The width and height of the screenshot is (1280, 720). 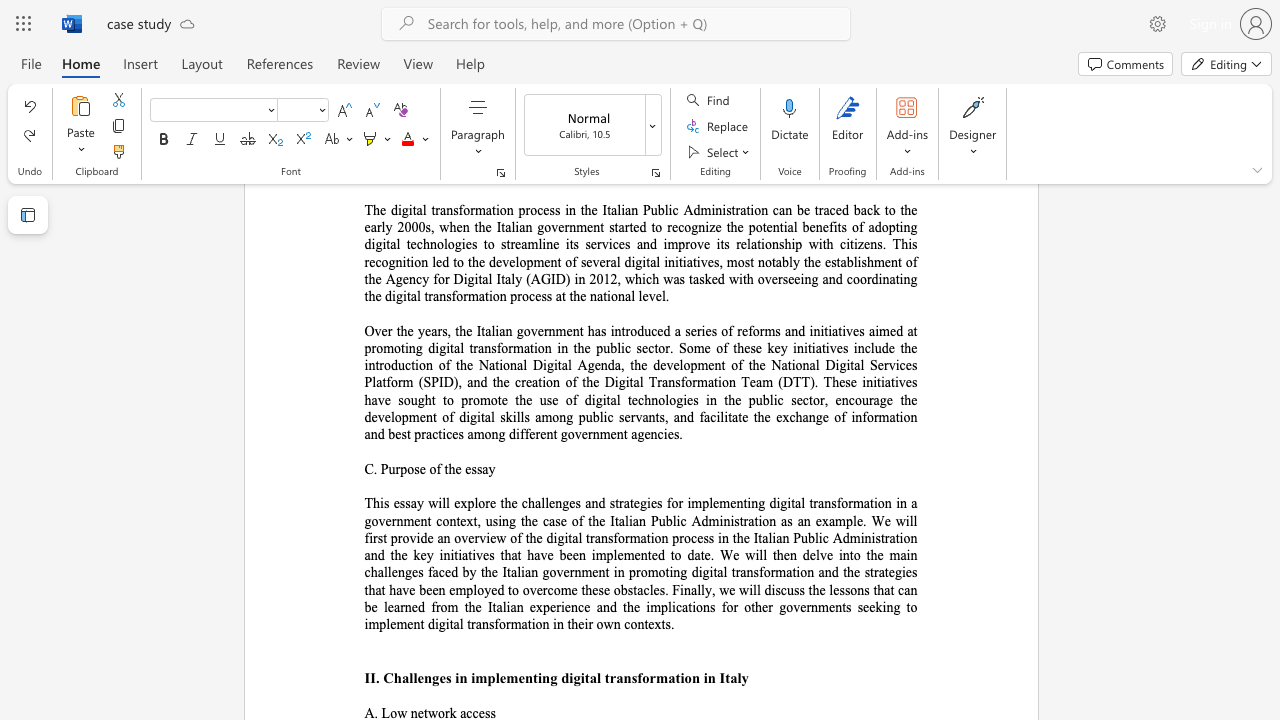 I want to click on the subset text "in" within the text "II. Challenges in implementing digital transformation in Italy", so click(x=703, y=677).